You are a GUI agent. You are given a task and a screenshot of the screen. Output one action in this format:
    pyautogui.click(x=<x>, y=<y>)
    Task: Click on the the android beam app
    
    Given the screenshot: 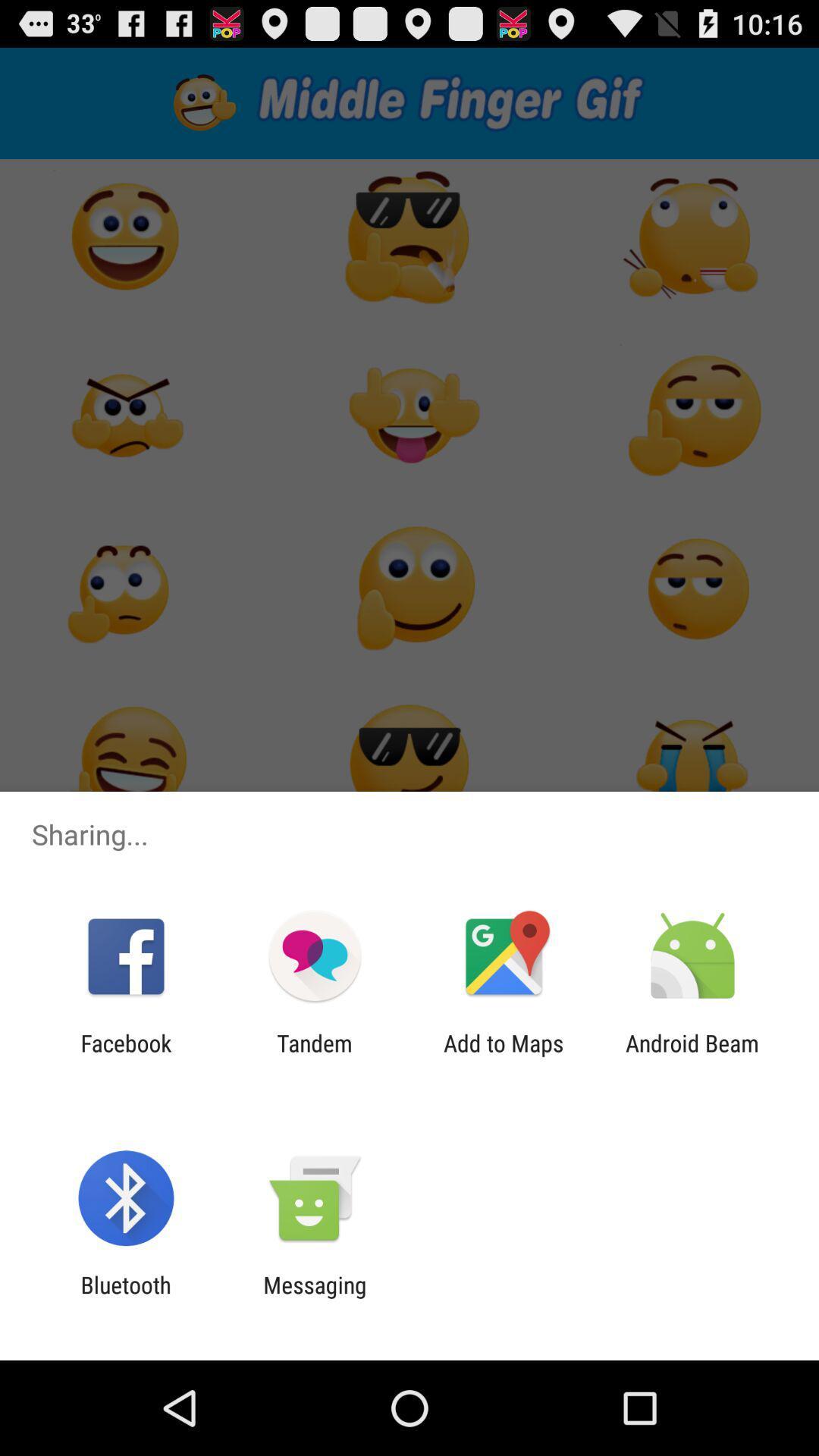 What is the action you would take?
    pyautogui.click(x=692, y=1056)
    